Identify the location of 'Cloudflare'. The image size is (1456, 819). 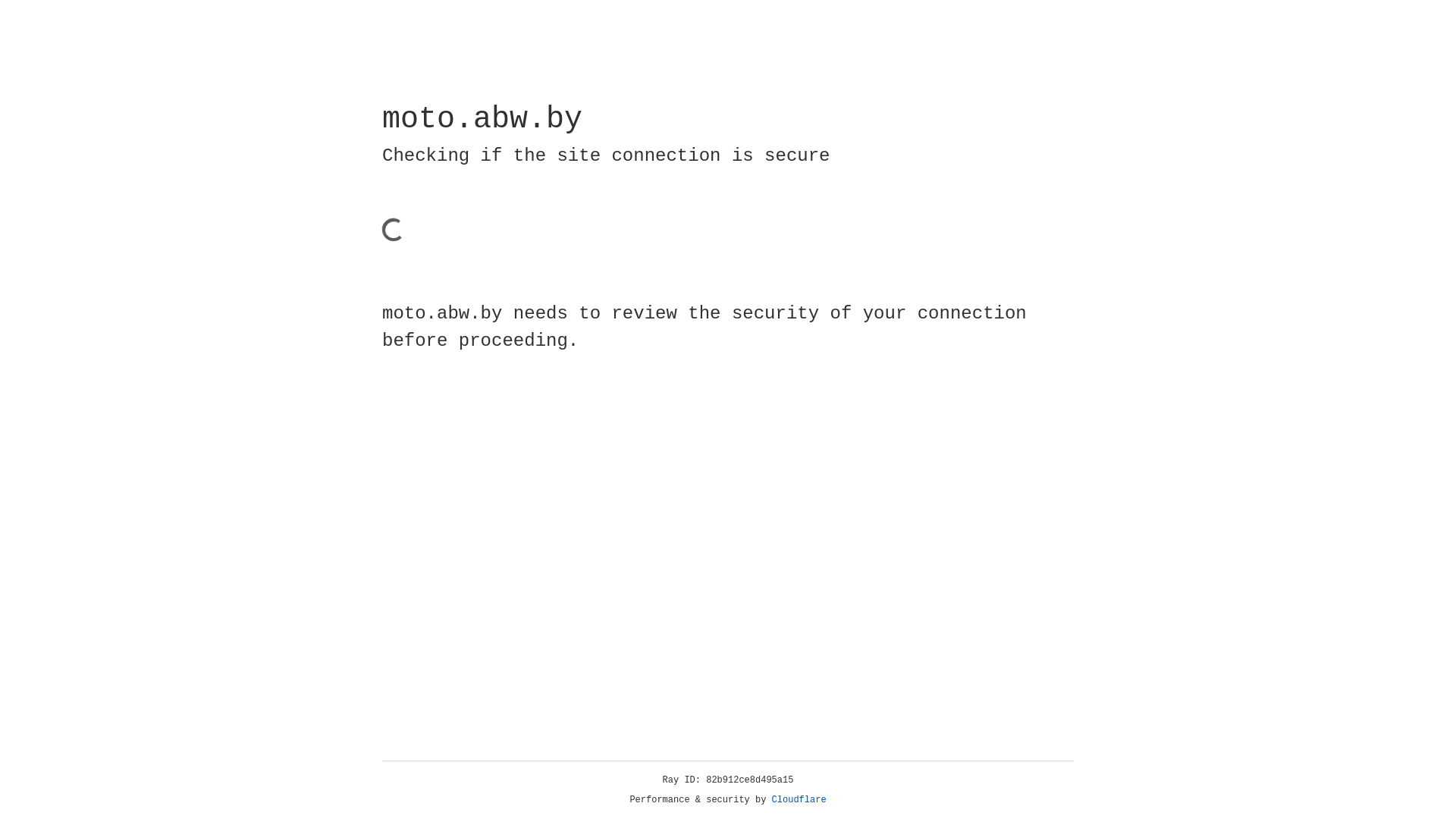
(771, 799).